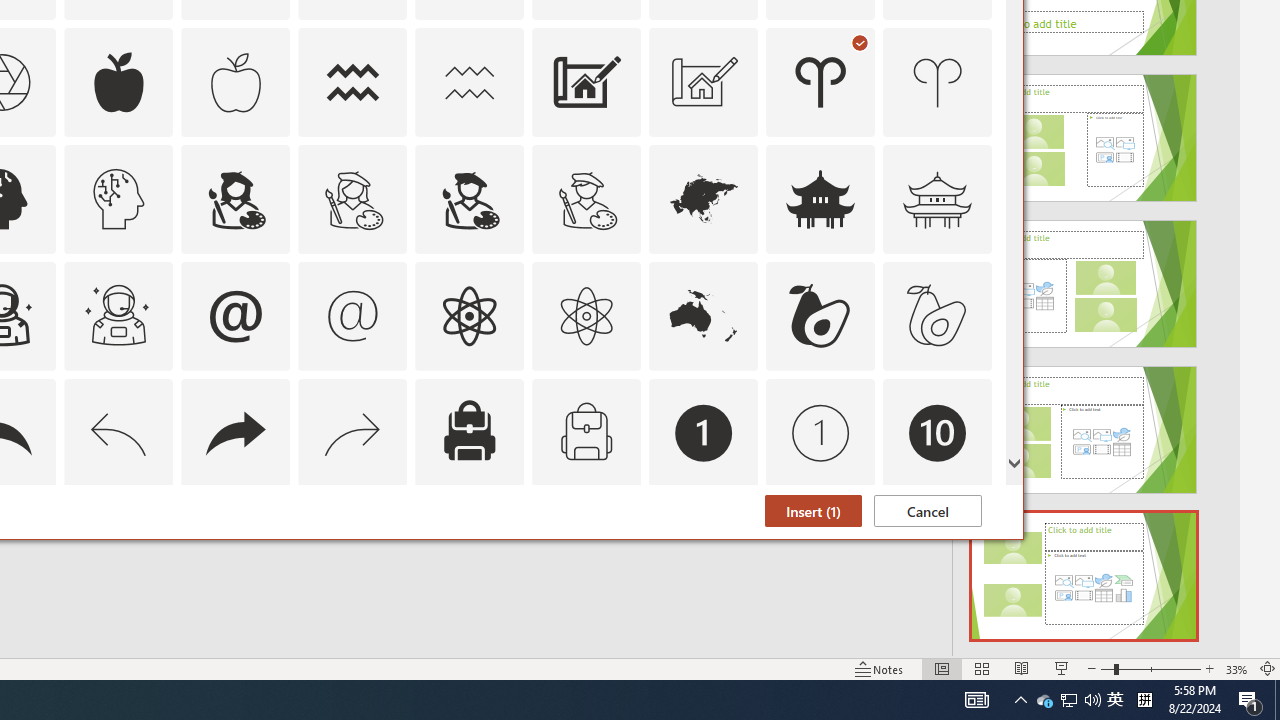  Describe the element at coordinates (585, 198) in the screenshot. I see `'AutomationID: Icons_ArtistMale_M'` at that location.